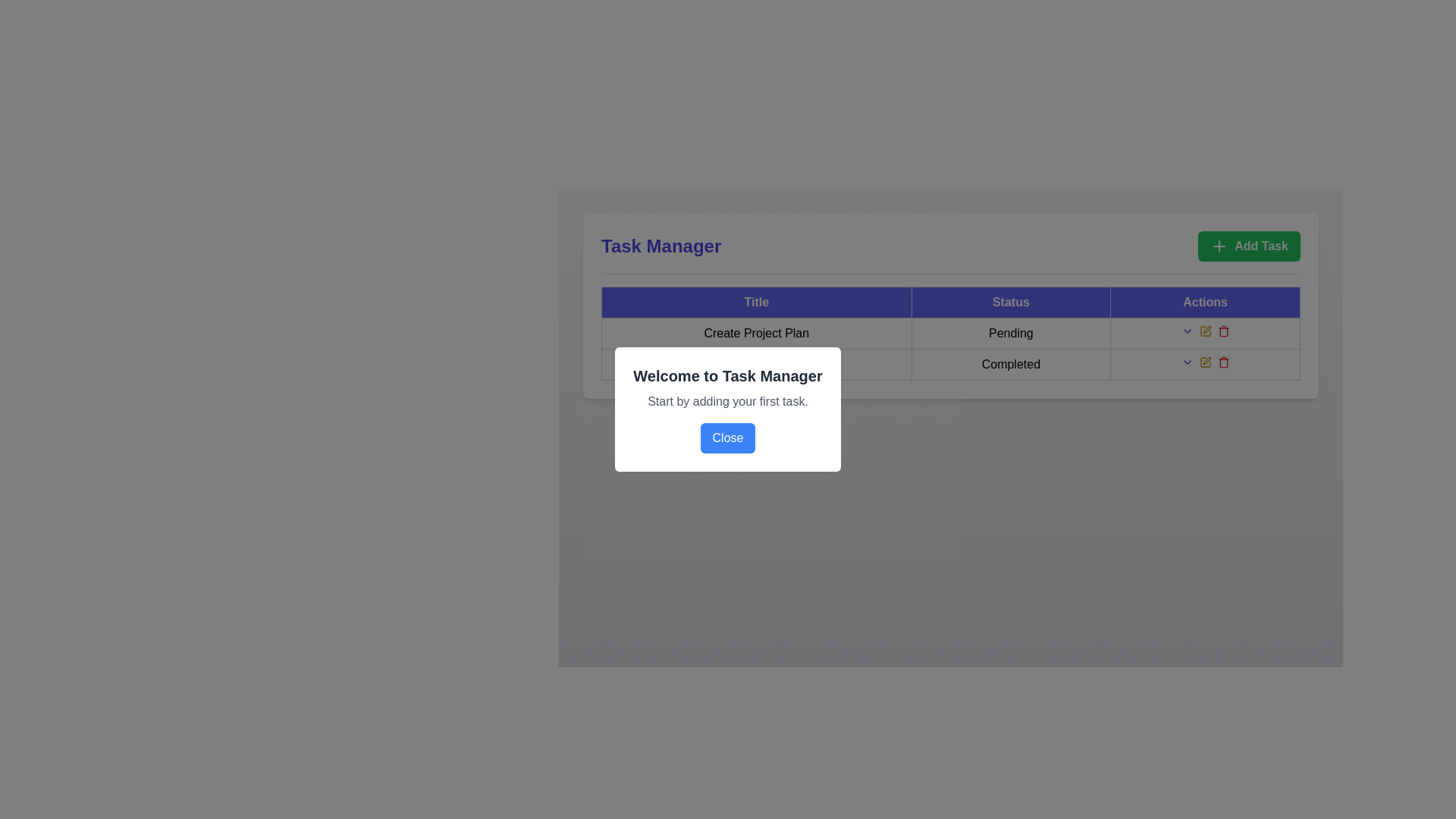  What do you see at coordinates (949, 365) in the screenshot?
I see `the table cell displaying 'Completed' located in the second row under the 'Status' column` at bounding box center [949, 365].